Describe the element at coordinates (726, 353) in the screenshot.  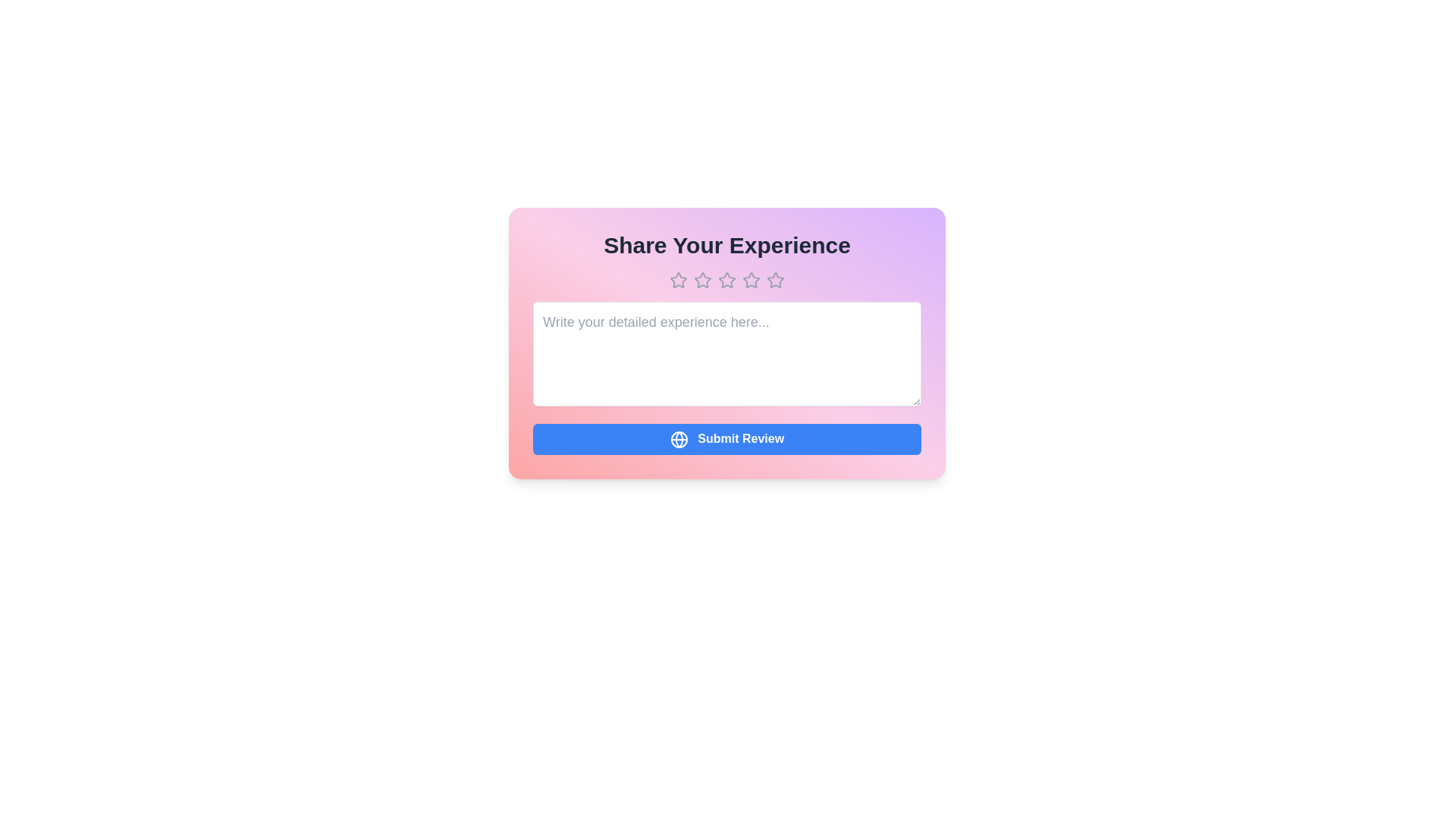
I see `the text area and type the text 'This is my review.'` at that location.